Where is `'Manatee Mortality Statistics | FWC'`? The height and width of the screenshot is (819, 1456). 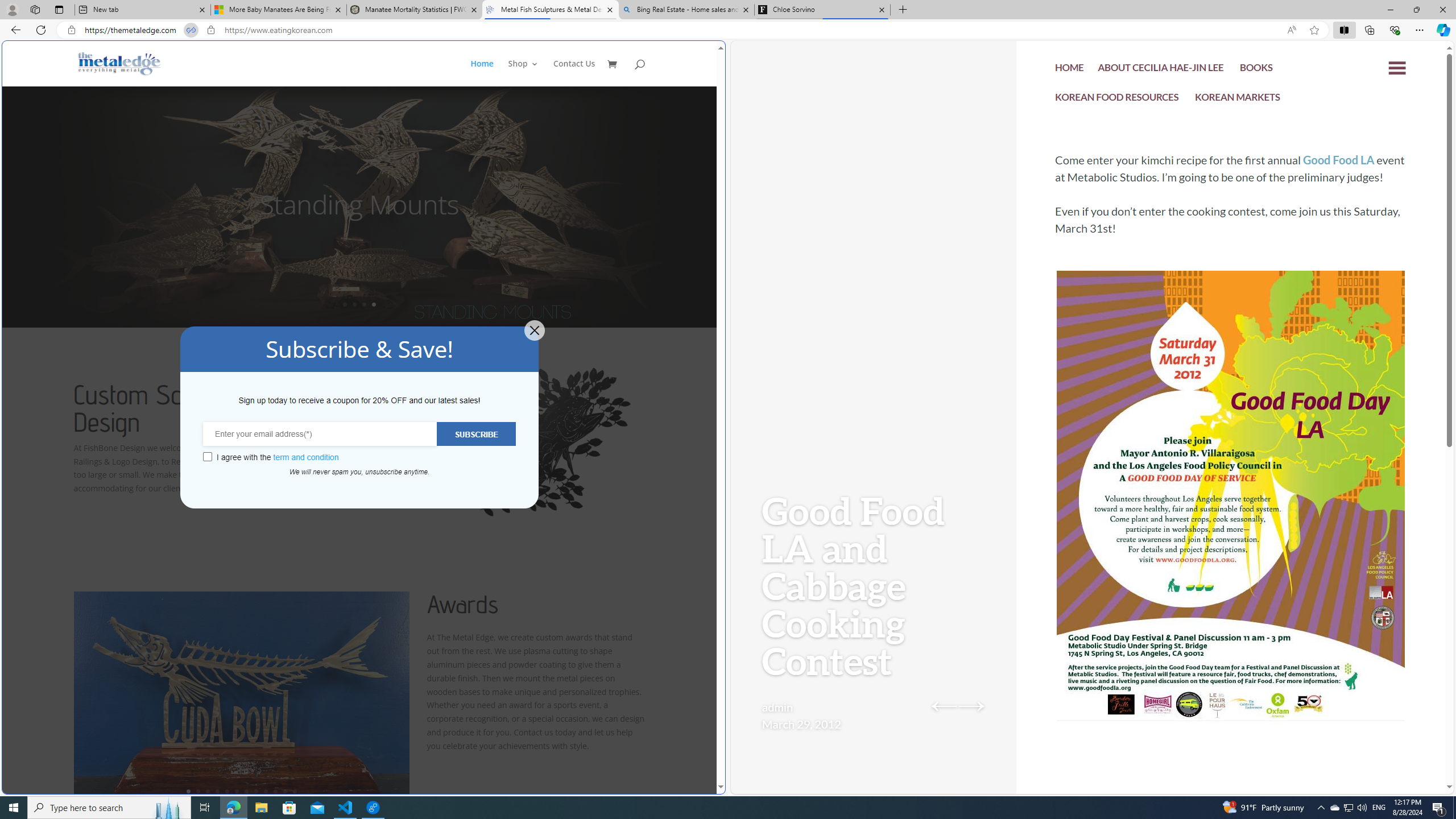
'Manatee Mortality Statistics | FWC' is located at coordinates (415, 9).